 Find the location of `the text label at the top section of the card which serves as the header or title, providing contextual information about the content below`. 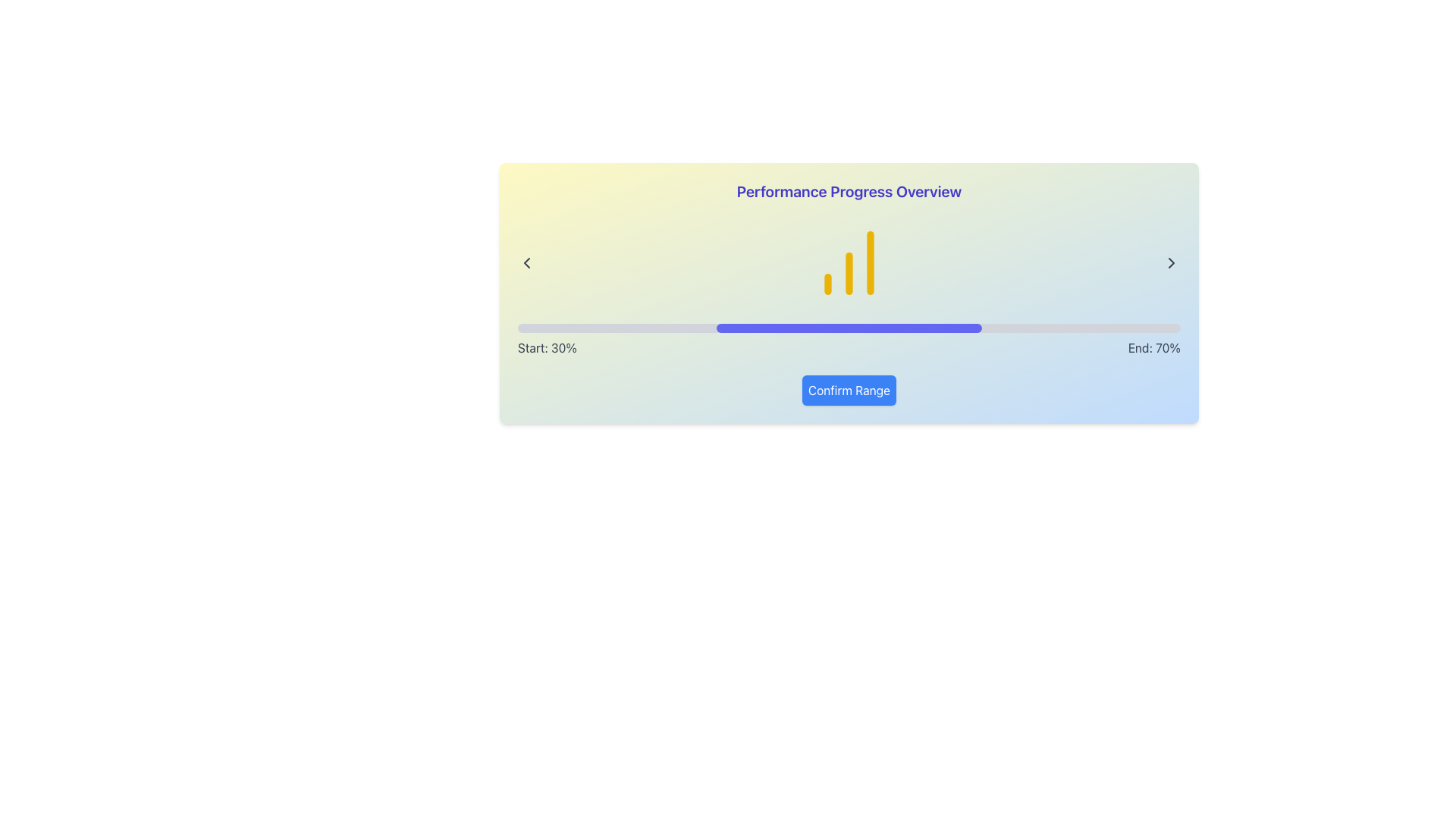

the text label at the top section of the card which serves as the header or title, providing contextual information about the content below is located at coordinates (848, 191).